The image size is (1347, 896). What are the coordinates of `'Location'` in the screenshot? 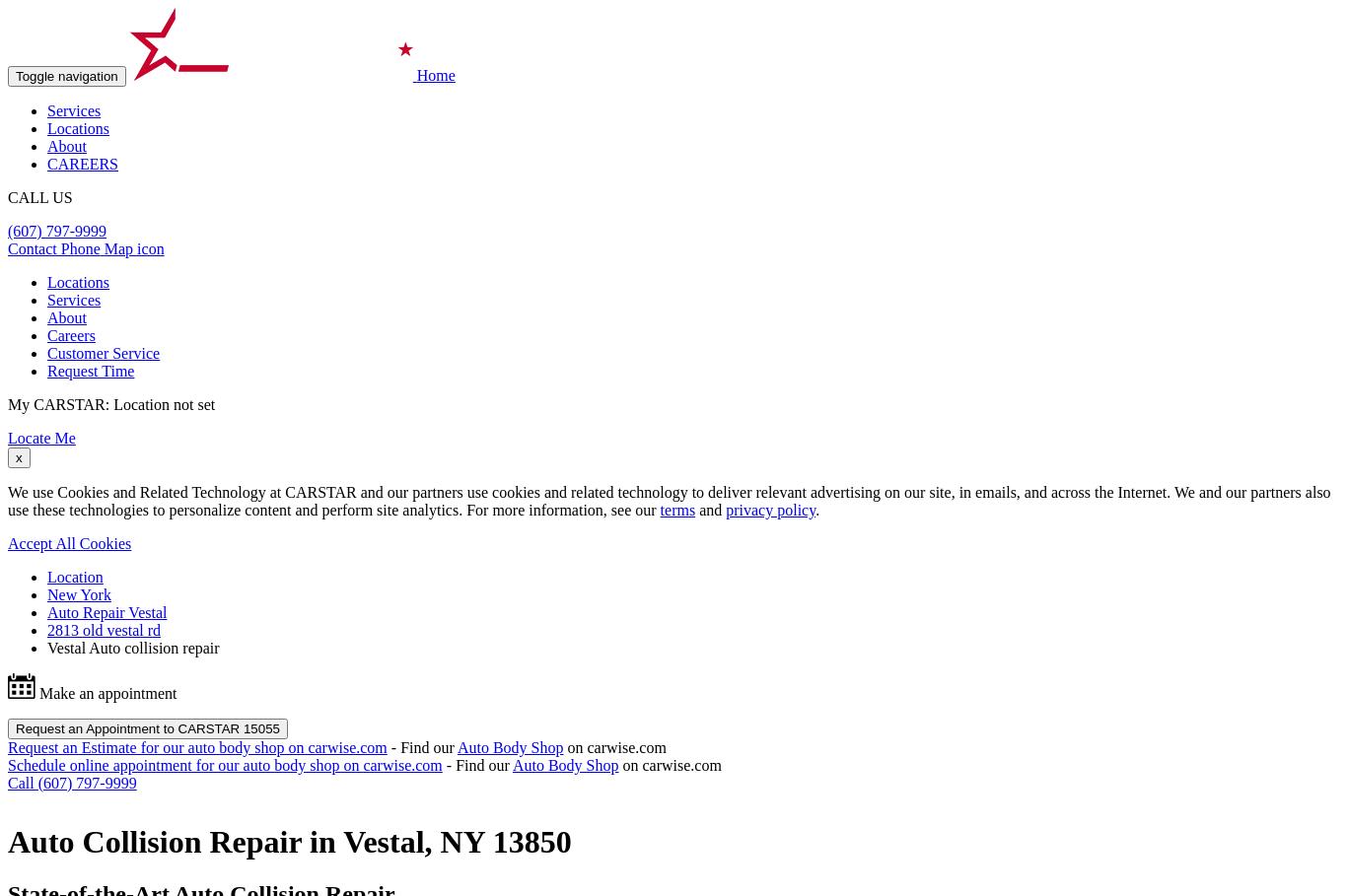 It's located at (46, 576).